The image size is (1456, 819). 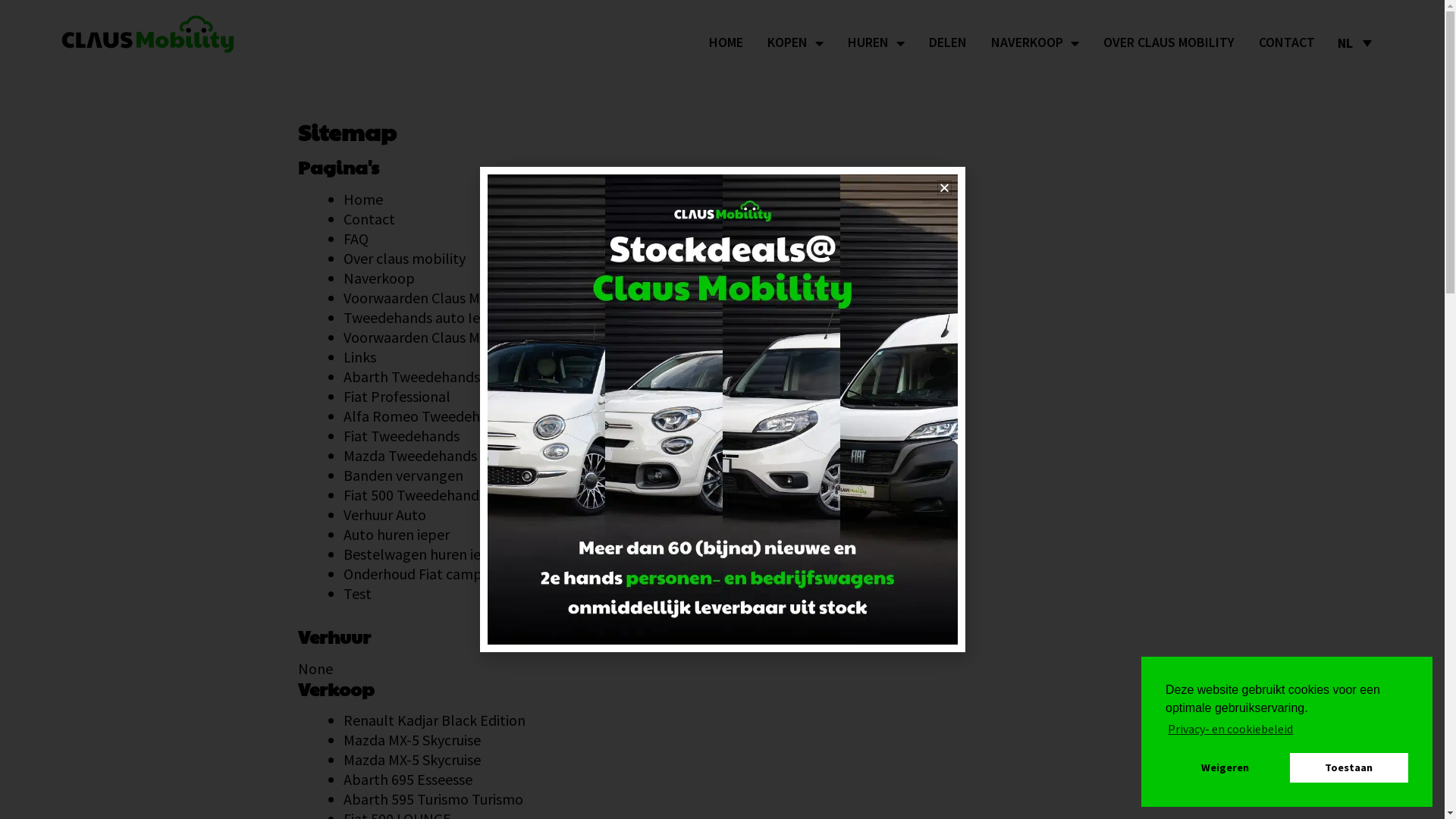 What do you see at coordinates (341, 435) in the screenshot?
I see `'Fiat Tweedehands'` at bounding box center [341, 435].